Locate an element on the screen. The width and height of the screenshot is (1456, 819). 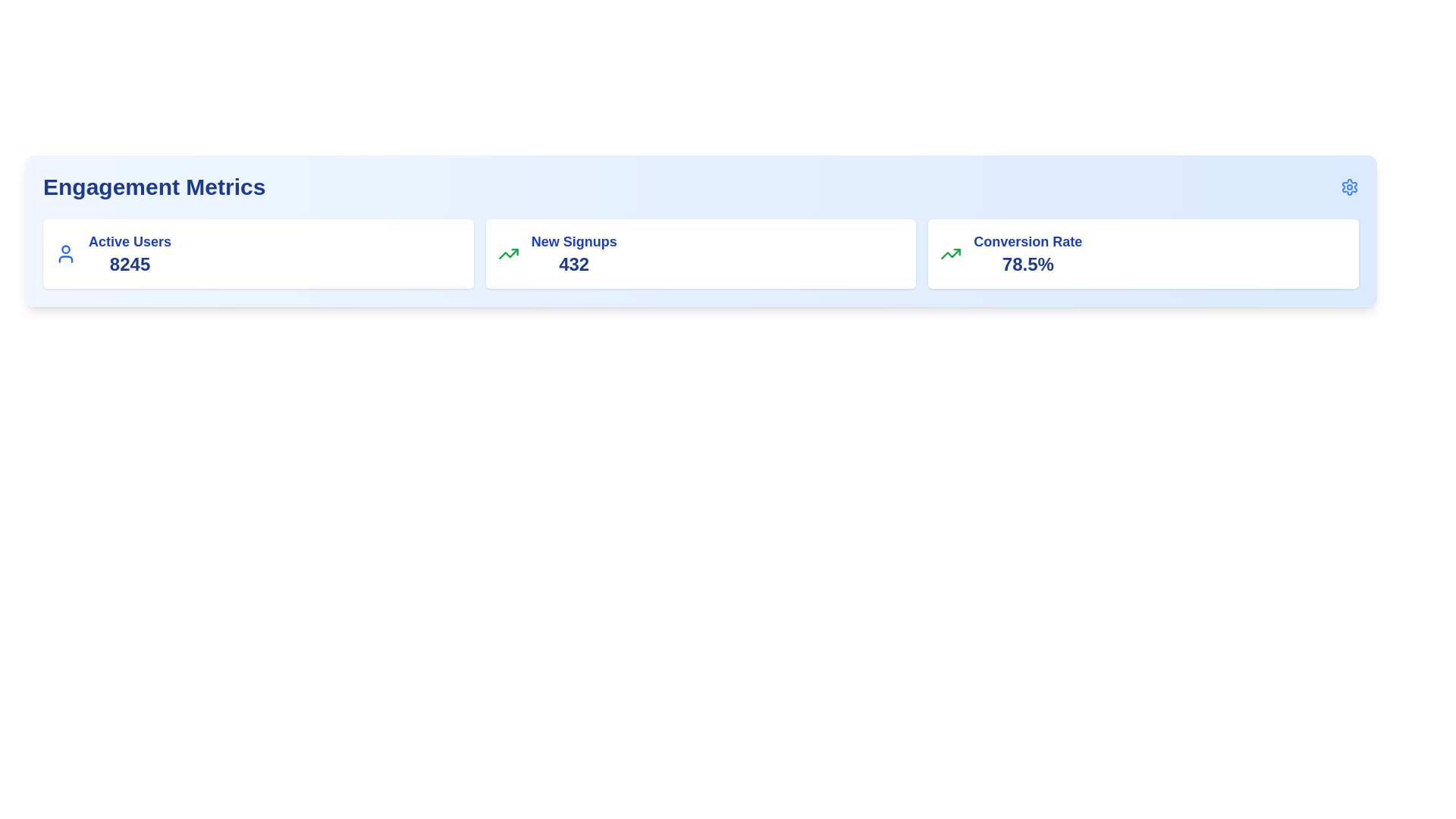
the static text display element showing '8245' under the heading 'Active Users' in the 'Engagement Metrics' section is located at coordinates (130, 263).